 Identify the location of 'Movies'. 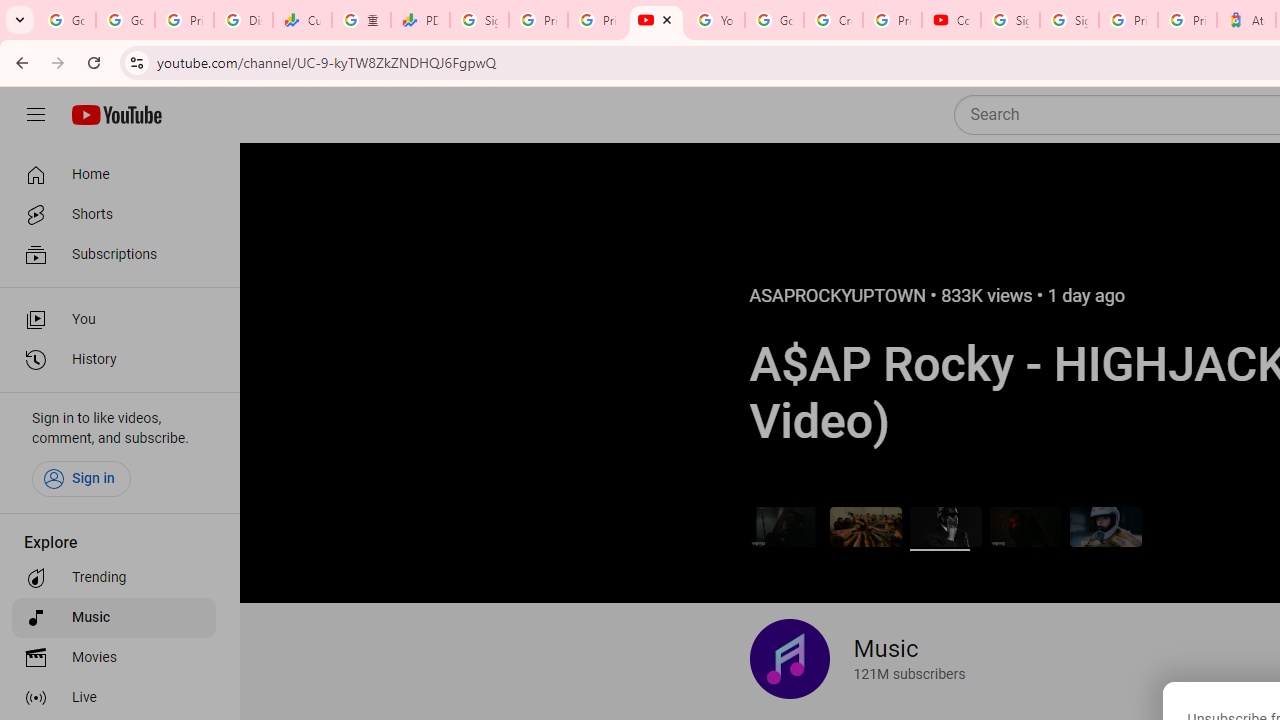
(112, 658).